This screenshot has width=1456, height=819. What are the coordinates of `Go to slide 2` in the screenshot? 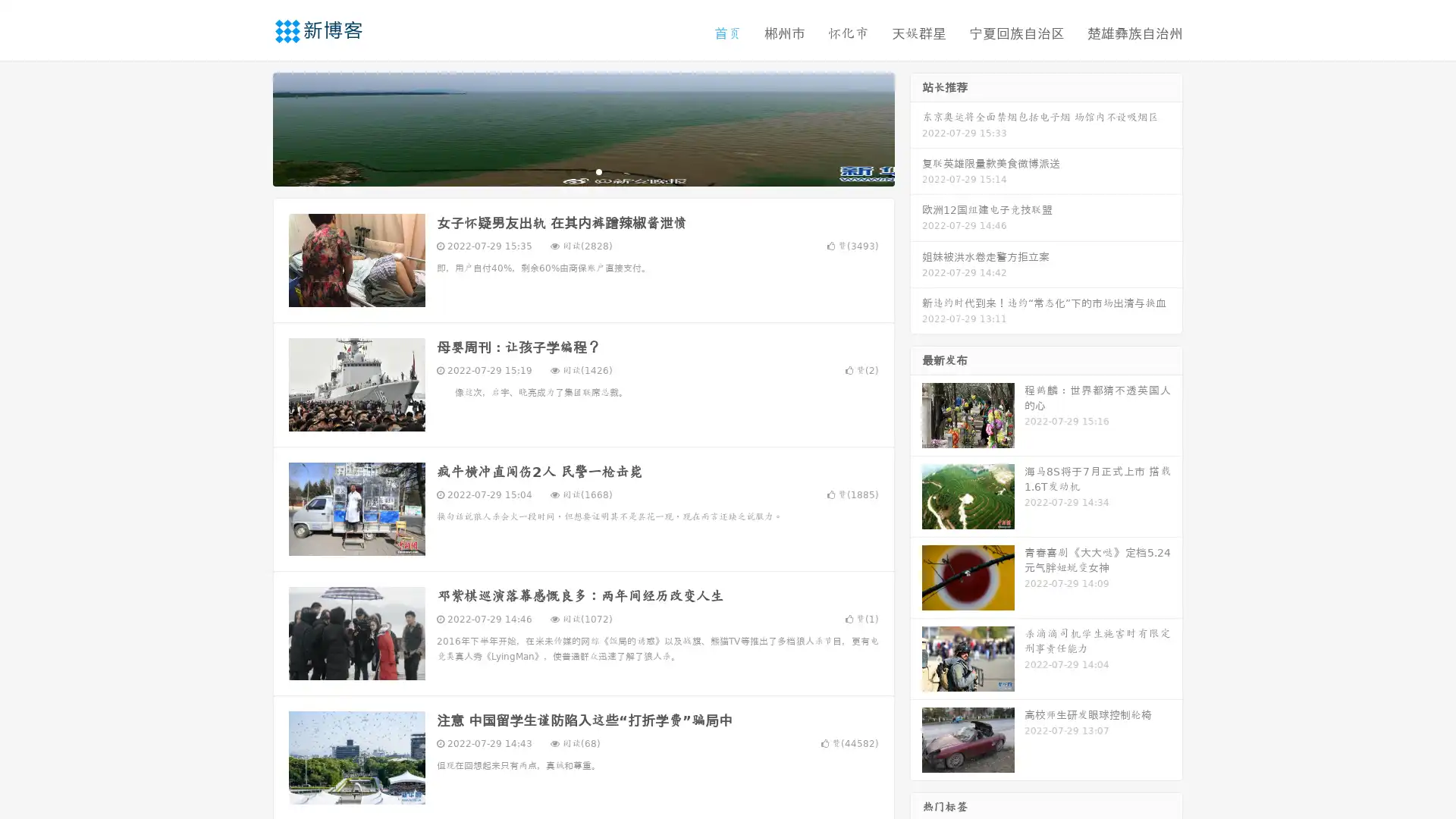 It's located at (582, 171).